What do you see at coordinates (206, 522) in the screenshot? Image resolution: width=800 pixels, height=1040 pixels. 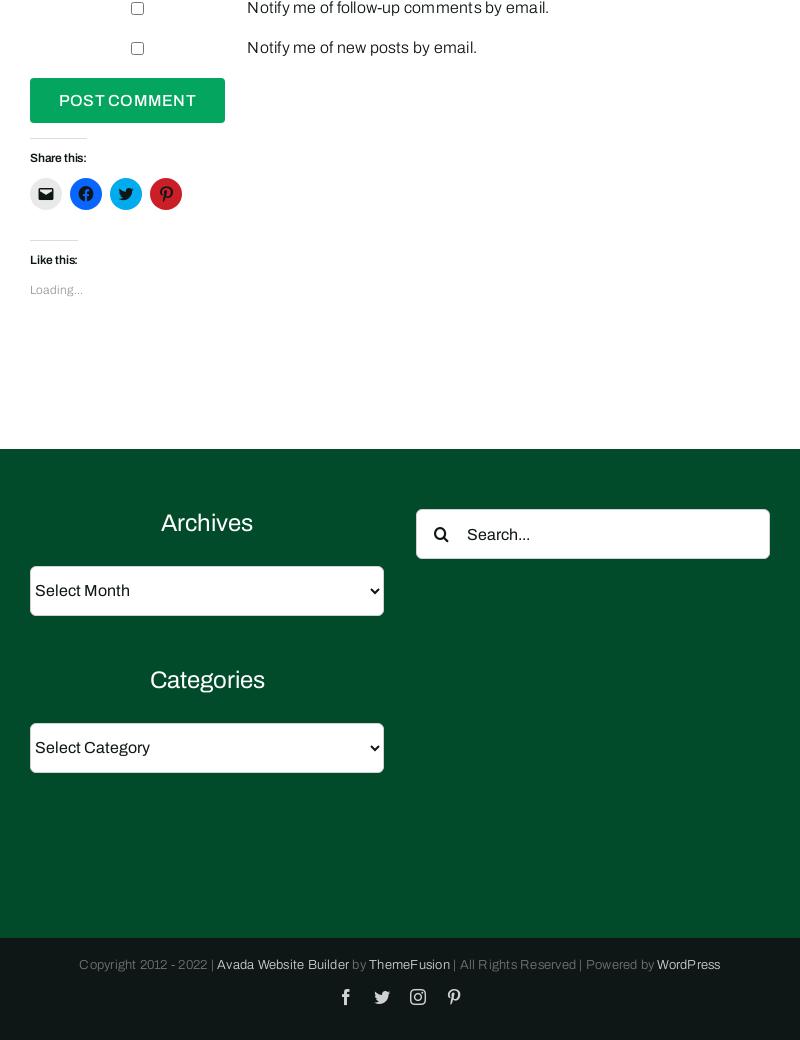 I see `'Archives'` at bounding box center [206, 522].